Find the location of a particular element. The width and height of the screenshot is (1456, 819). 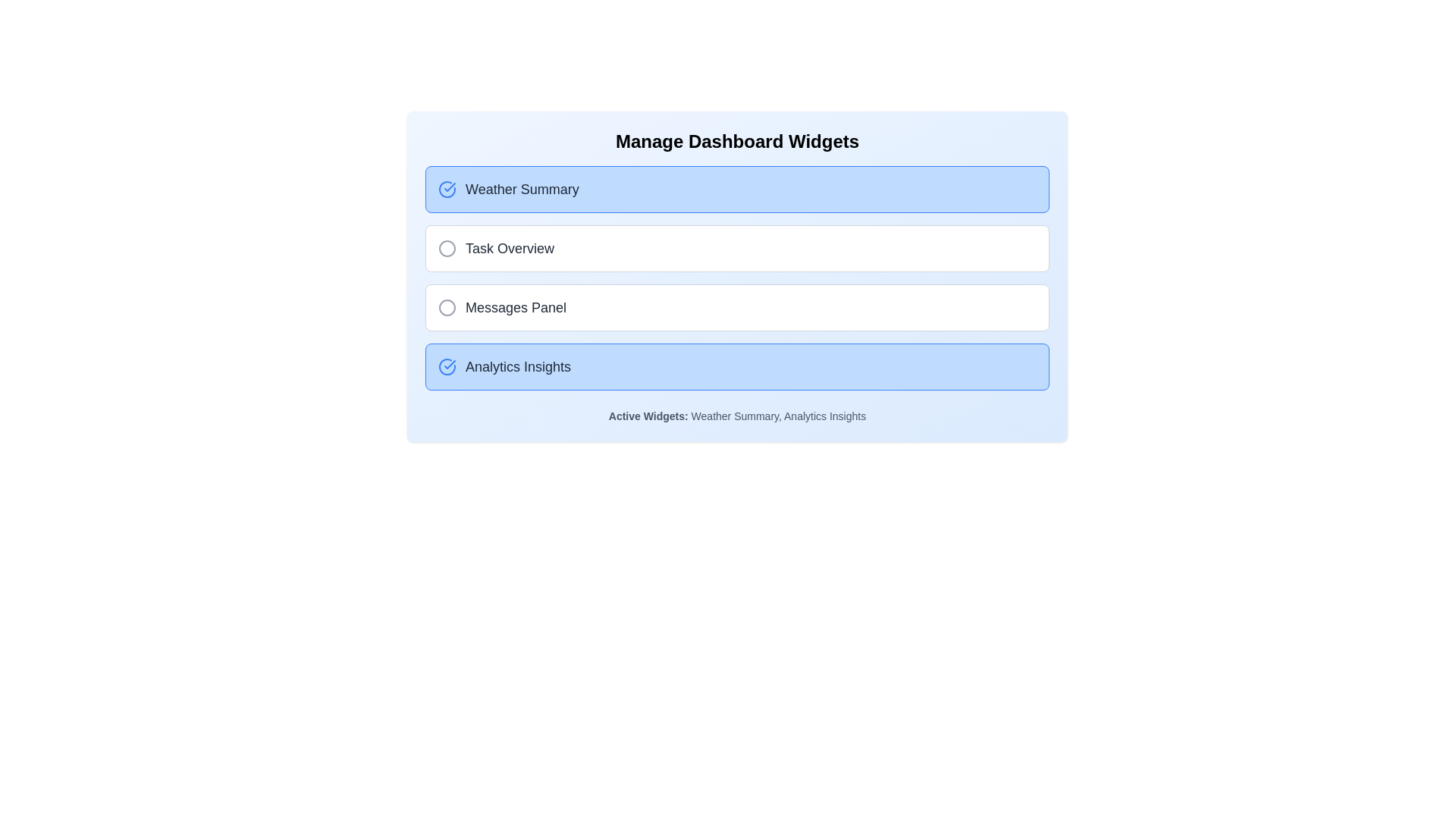

title of the 'Weather Summary' feature from the text label located centrally within the topmost card of the widget list is located at coordinates (522, 189).